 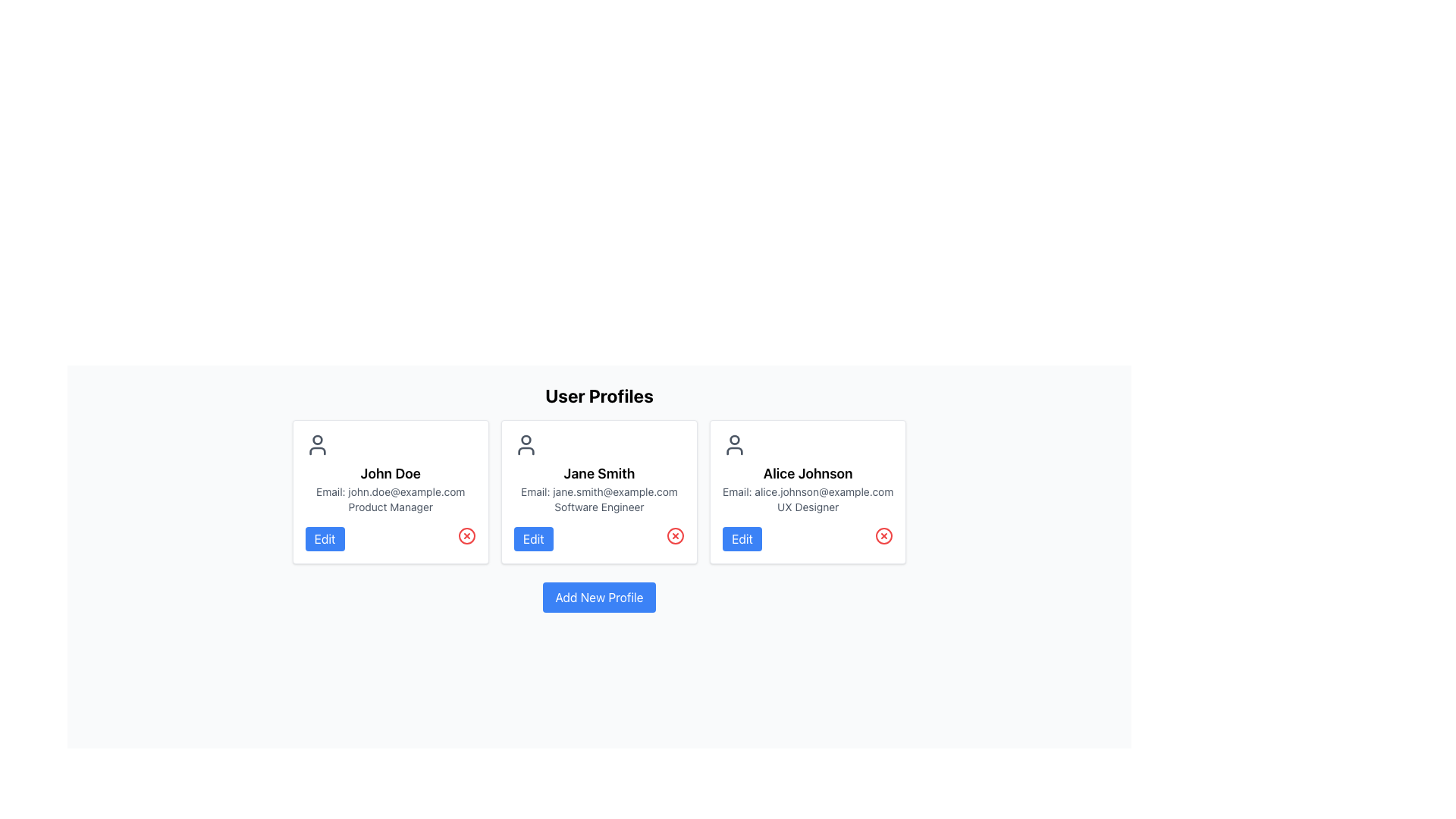 I want to click on the text label displaying the name 'John Doe' which identifies the associated profile in the user interface, so click(x=391, y=472).